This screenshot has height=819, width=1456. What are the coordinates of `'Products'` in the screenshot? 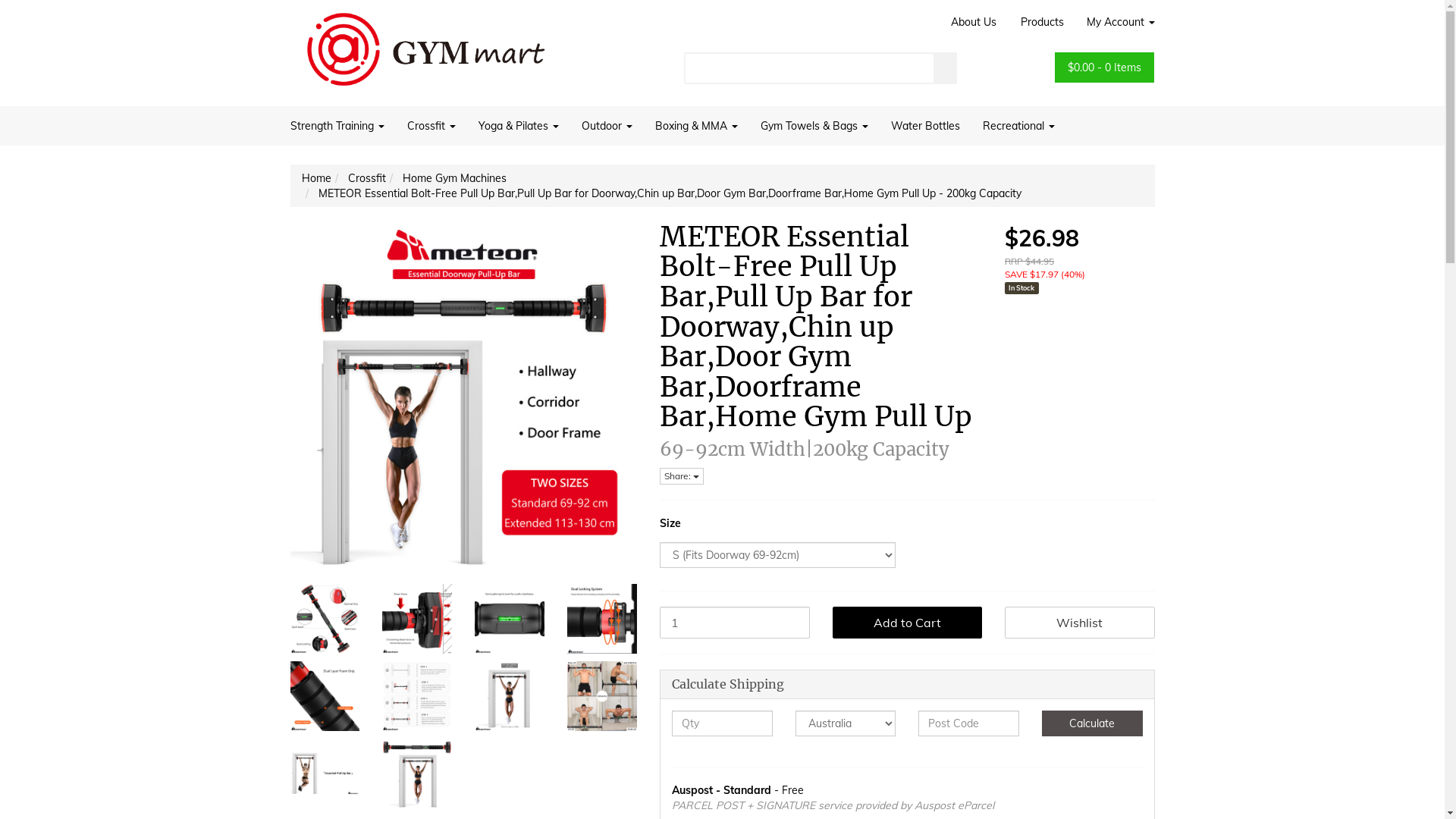 It's located at (1008, 22).